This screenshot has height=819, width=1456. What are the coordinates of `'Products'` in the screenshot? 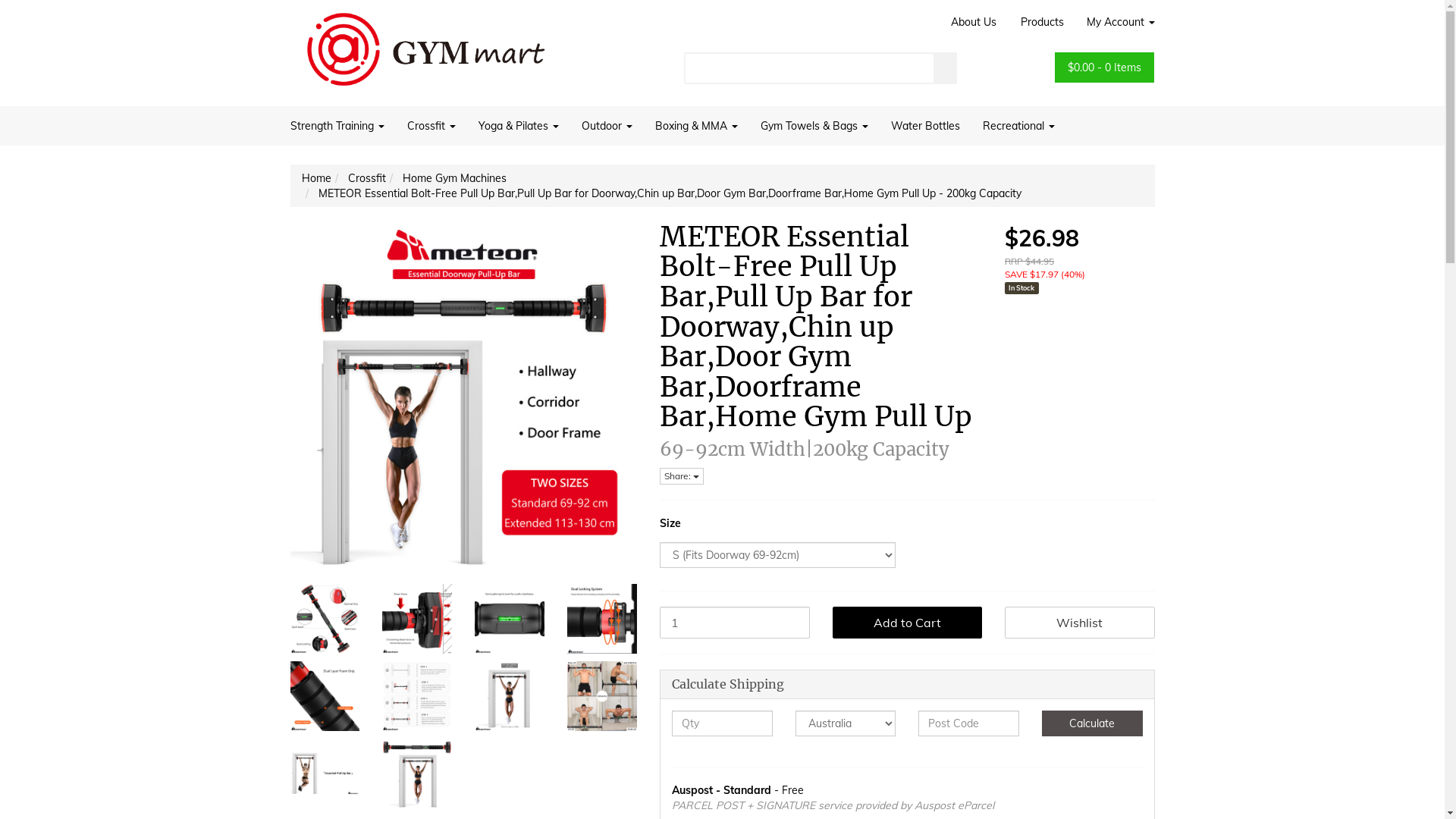 It's located at (1008, 22).